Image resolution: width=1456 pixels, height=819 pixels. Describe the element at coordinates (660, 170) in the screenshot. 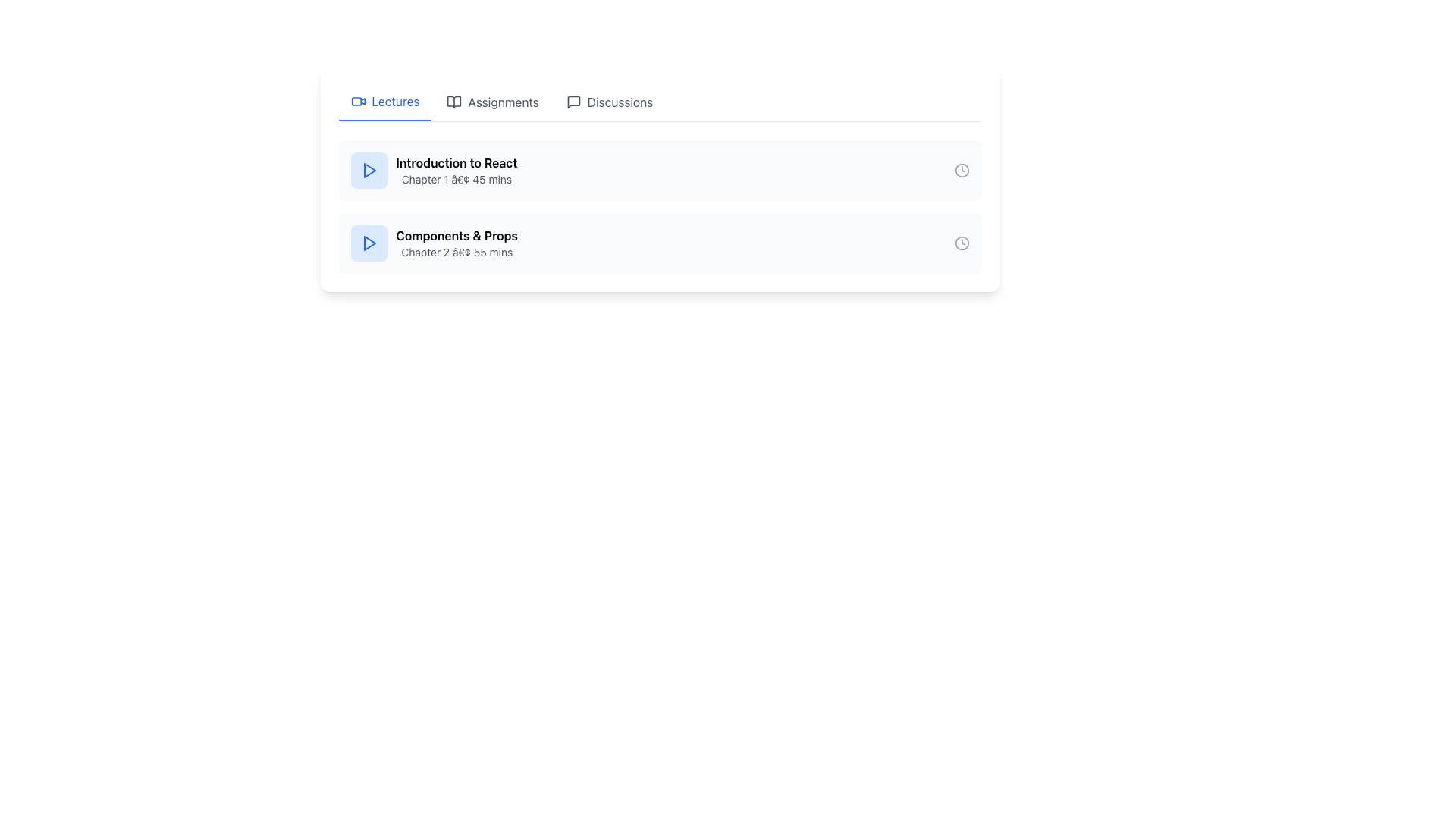

I see `the first entry of the chapter list that provides the title and details of a specific chapter of a course or tutorial` at that location.